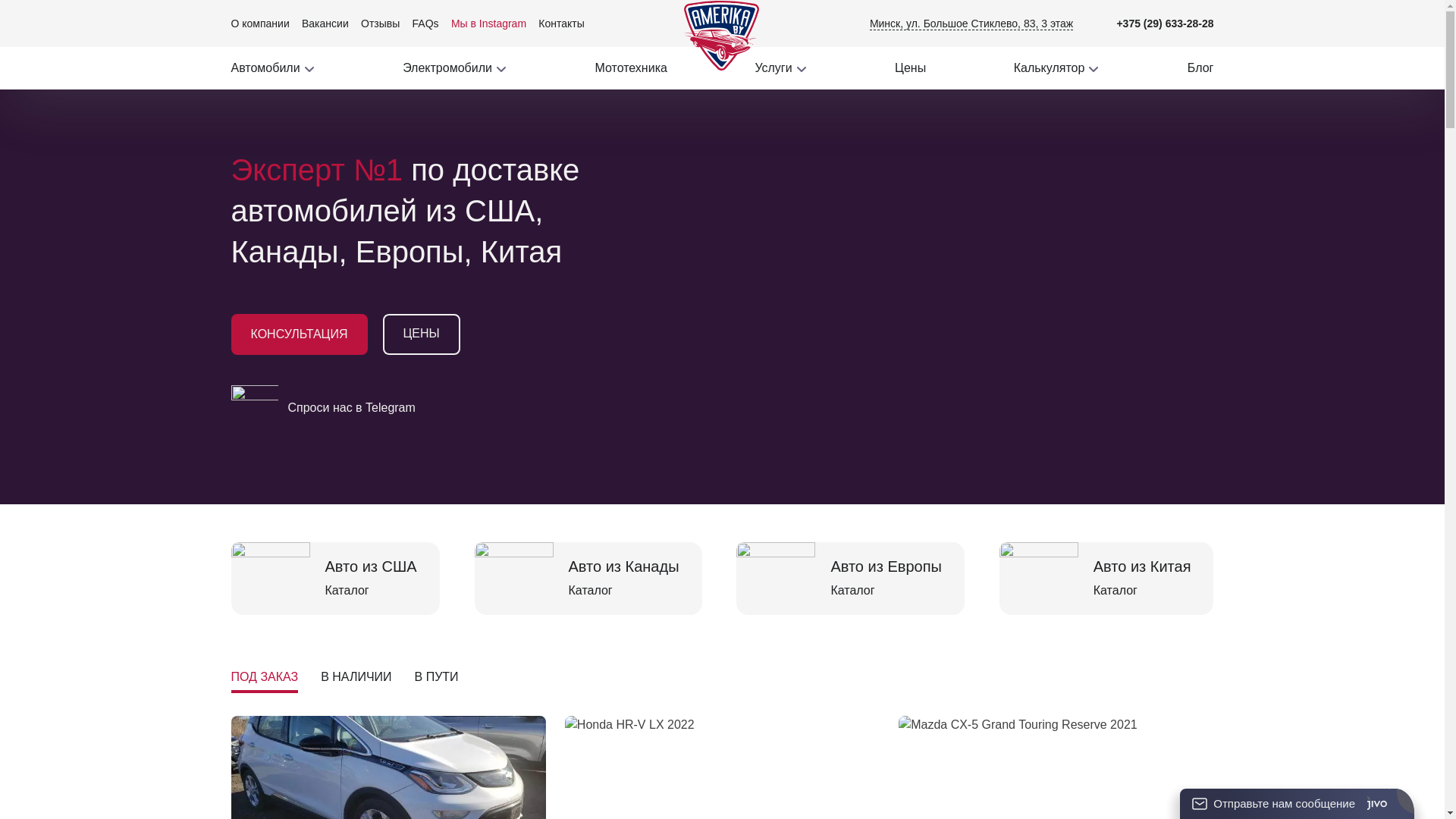 This screenshot has height=819, width=1456. What do you see at coordinates (1164, 23) in the screenshot?
I see `'+375 (29) 633-28-28'` at bounding box center [1164, 23].